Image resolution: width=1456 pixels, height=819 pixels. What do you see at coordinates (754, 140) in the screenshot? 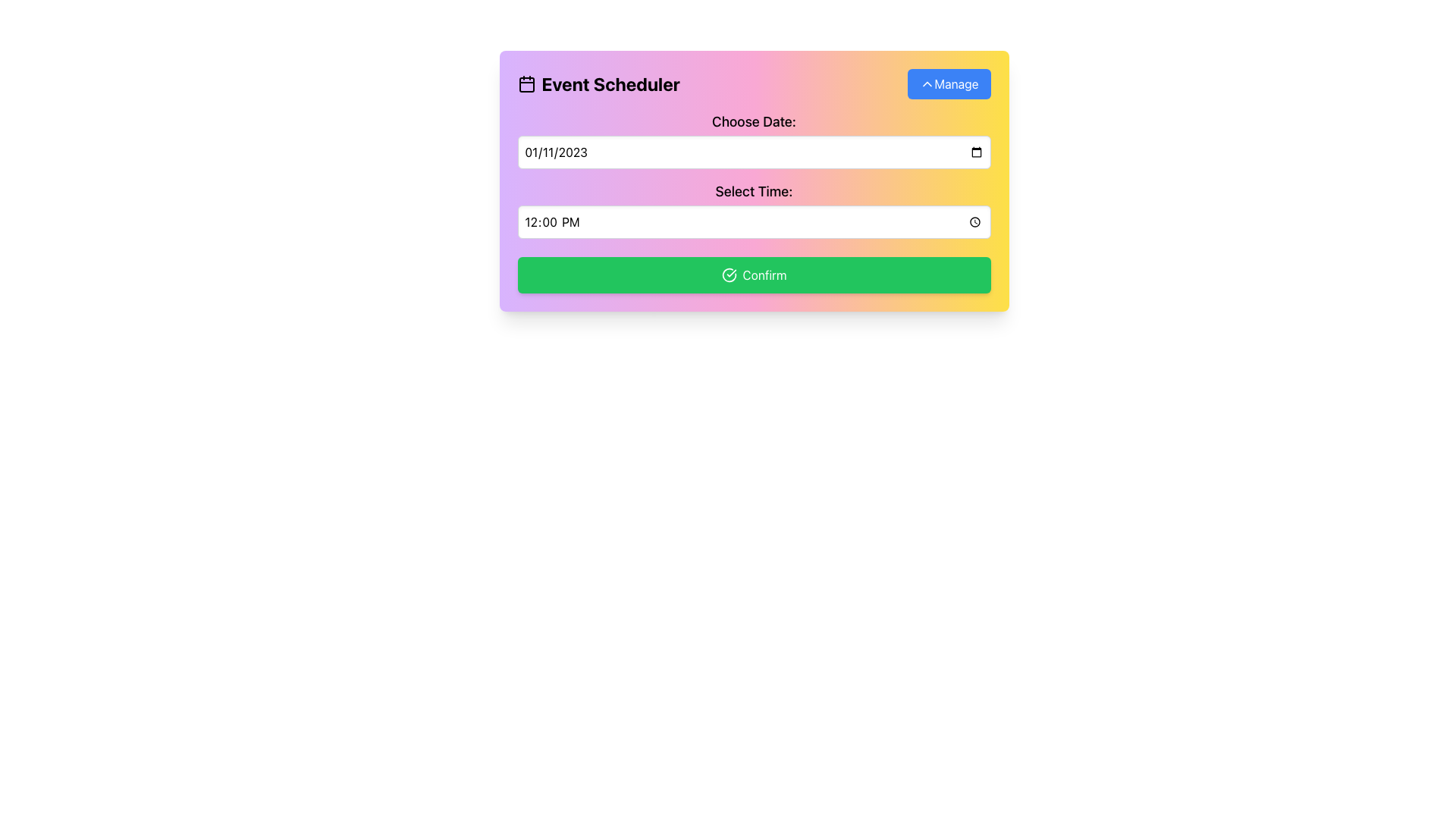
I see `the calendar icon of the Date Picker Input, which is part of the 'Choose Date: Select Time:' component and includes an input field with a rectangular border and rounded corners` at bounding box center [754, 140].